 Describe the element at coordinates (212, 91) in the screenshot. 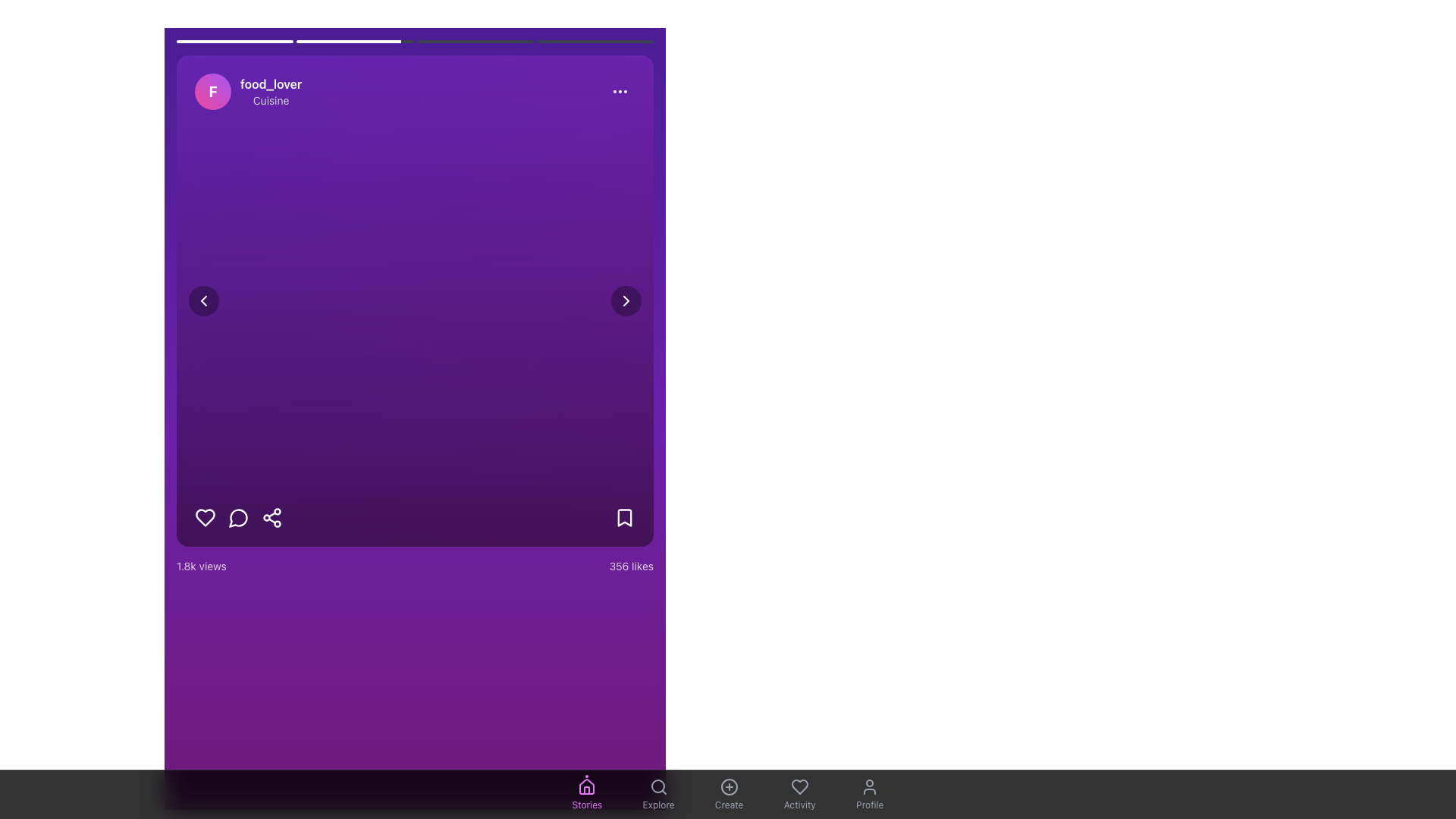

I see `the circular Avatar or Profile Icon displaying the letter 'F'` at that location.